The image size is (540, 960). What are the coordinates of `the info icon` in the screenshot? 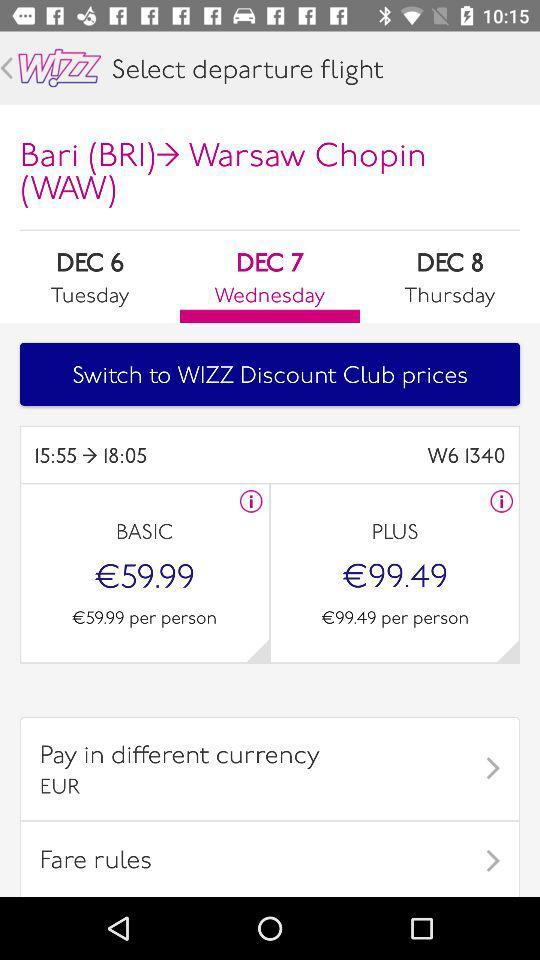 It's located at (500, 500).